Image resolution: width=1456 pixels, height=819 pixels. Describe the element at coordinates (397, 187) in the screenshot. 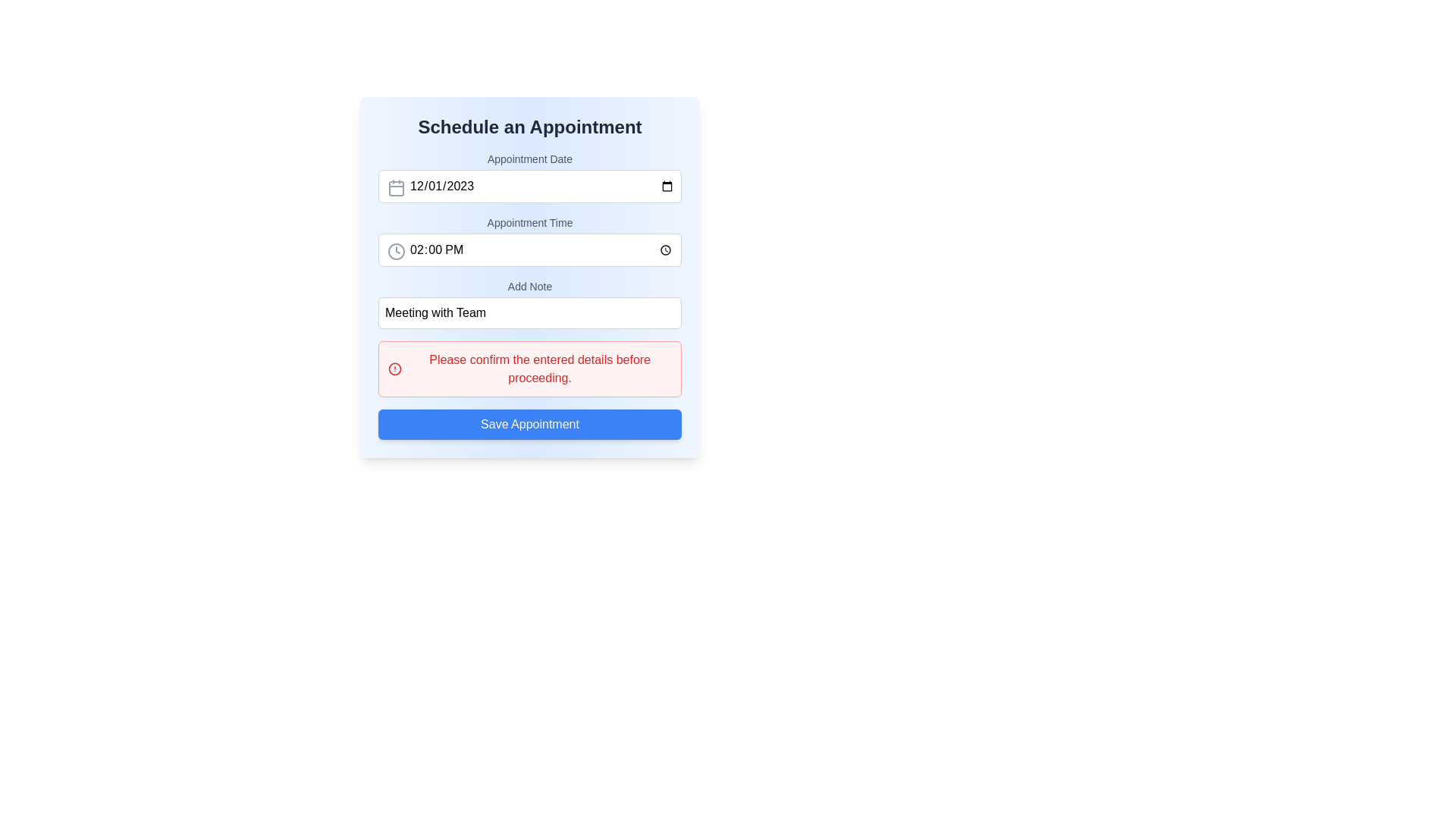

I see `the calendar icon located in the top-left corner of the 'Appointment Date' input field, which is styled with thin, rounded lines and gray color` at that location.